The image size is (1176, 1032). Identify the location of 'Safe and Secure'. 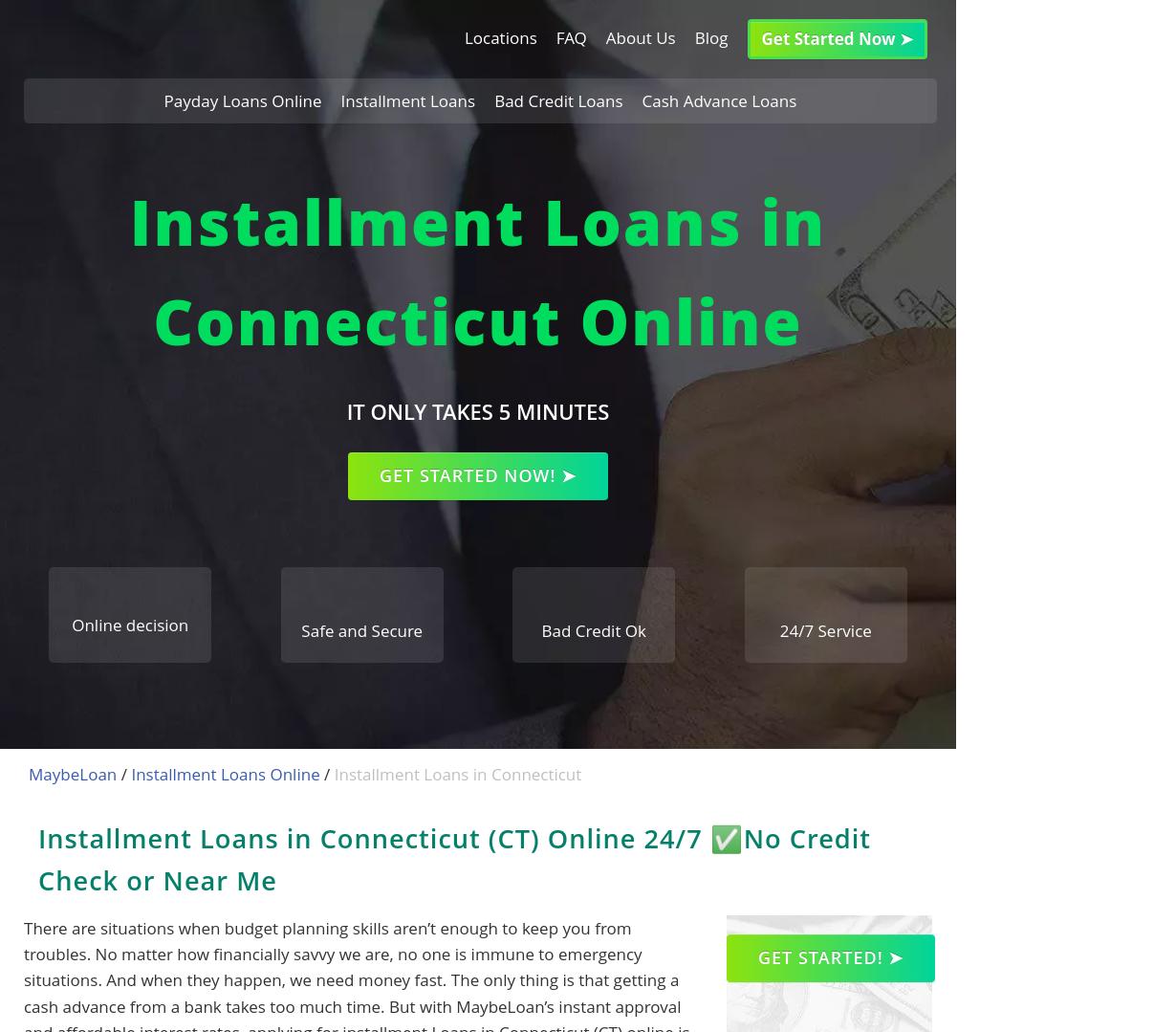
(300, 628).